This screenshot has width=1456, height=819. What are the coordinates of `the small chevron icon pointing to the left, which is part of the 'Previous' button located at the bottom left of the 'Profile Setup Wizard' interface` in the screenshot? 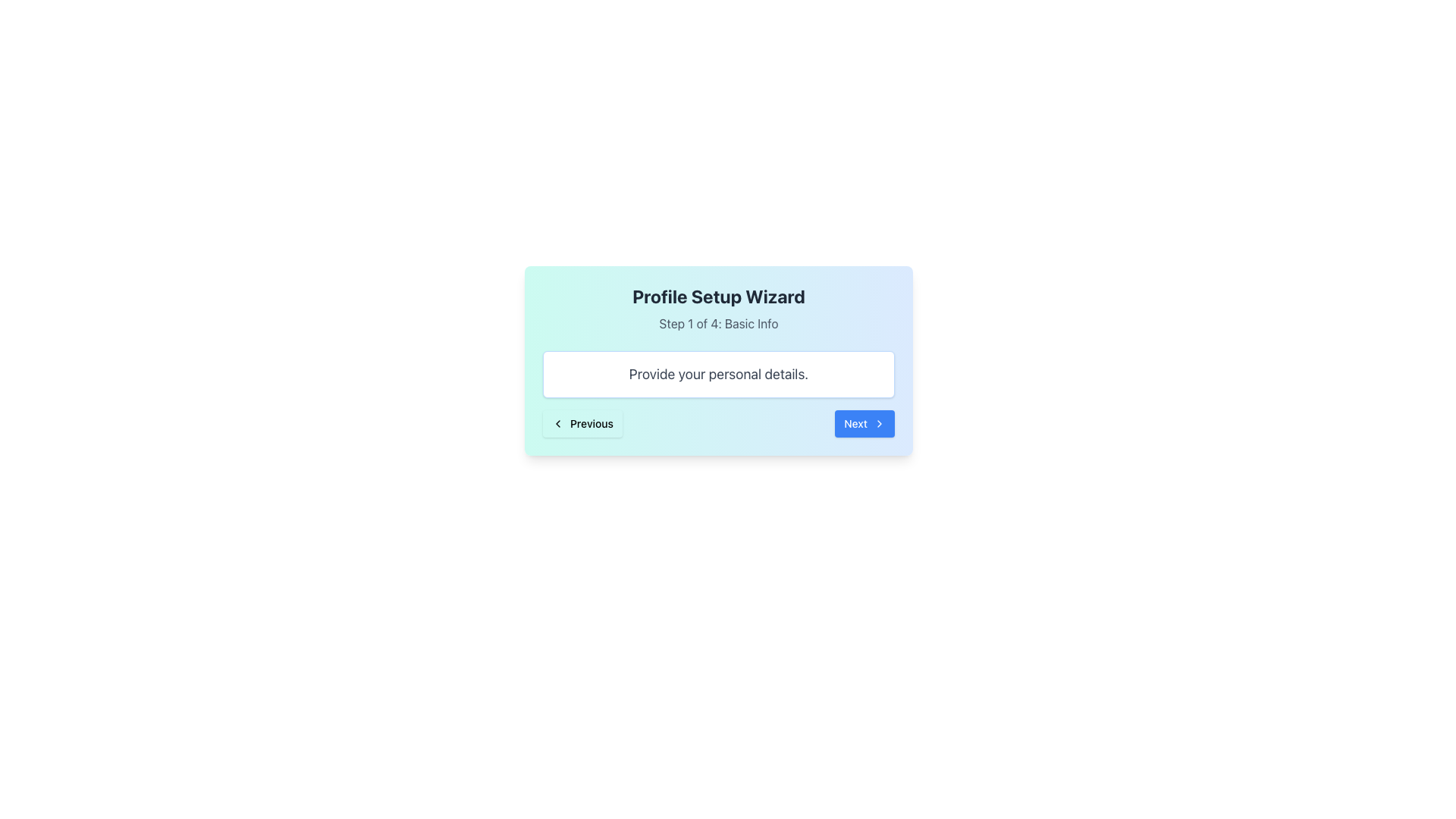 It's located at (557, 424).